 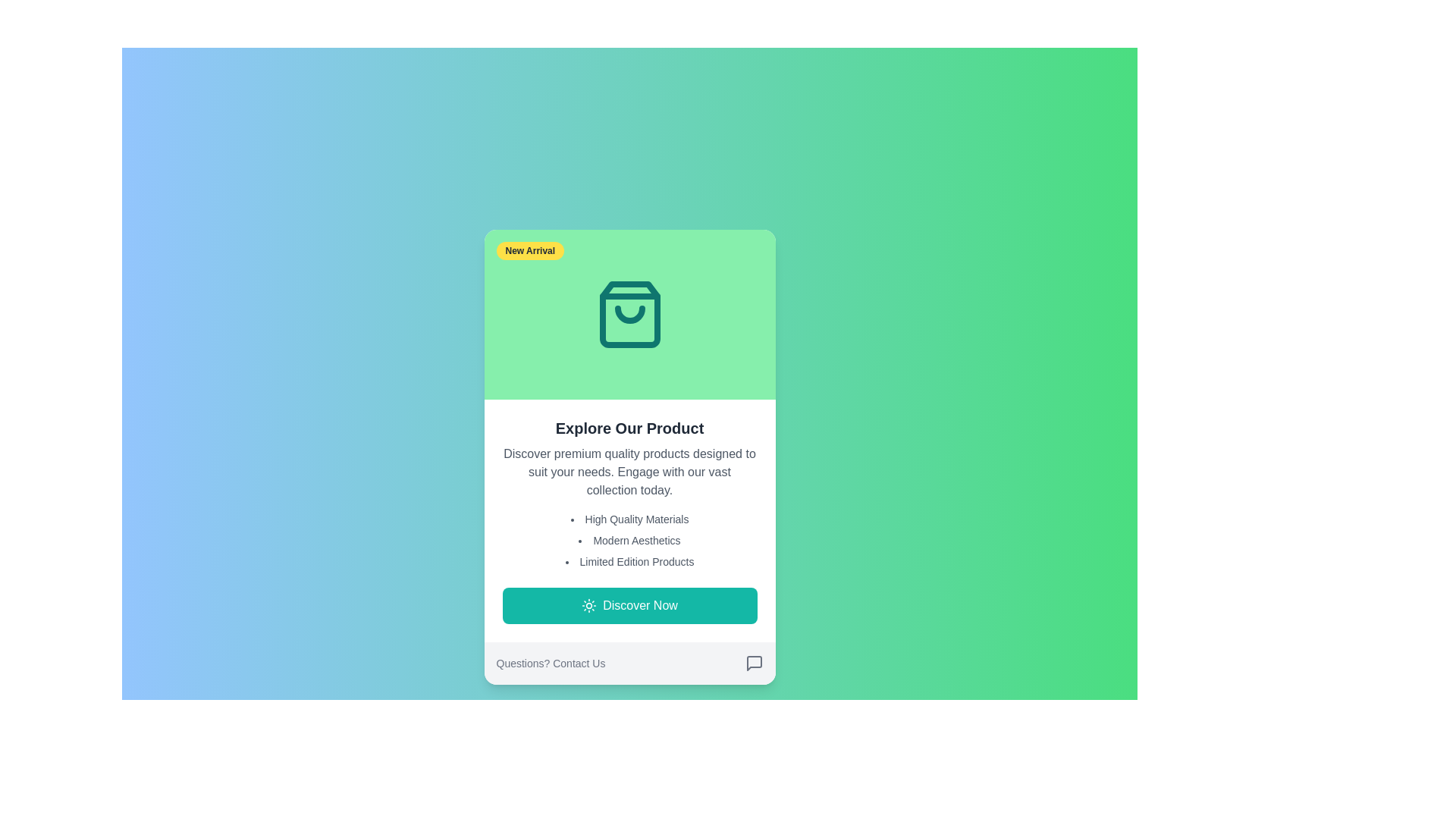 What do you see at coordinates (629, 428) in the screenshot?
I see `bold heading text 'Explore Our Product' located in a light green card interface, positioned beneath an icon and a label 'New Arrival'` at bounding box center [629, 428].